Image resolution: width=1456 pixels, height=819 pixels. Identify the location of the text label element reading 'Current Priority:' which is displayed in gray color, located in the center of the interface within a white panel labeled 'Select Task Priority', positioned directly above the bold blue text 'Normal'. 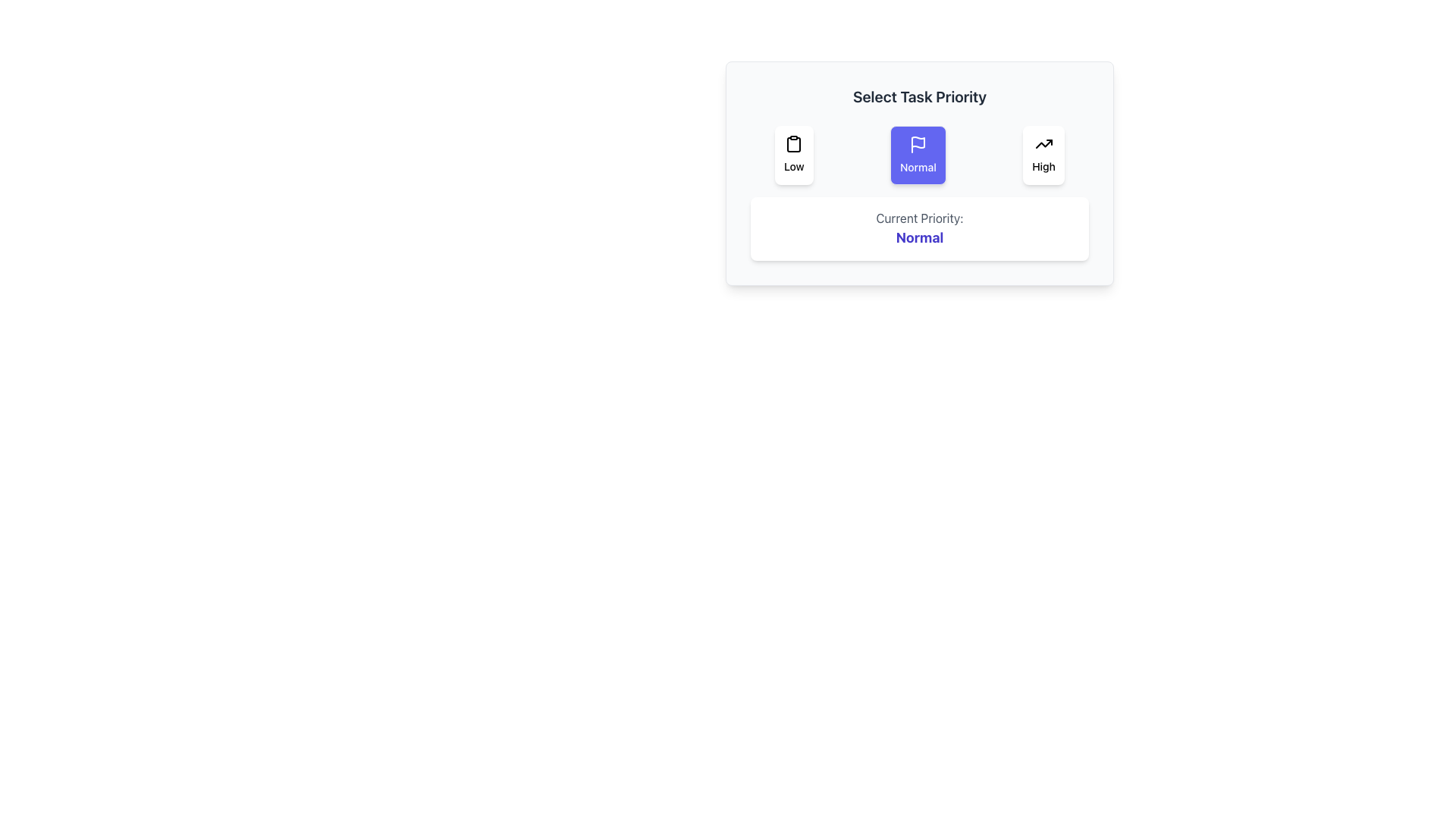
(919, 218).